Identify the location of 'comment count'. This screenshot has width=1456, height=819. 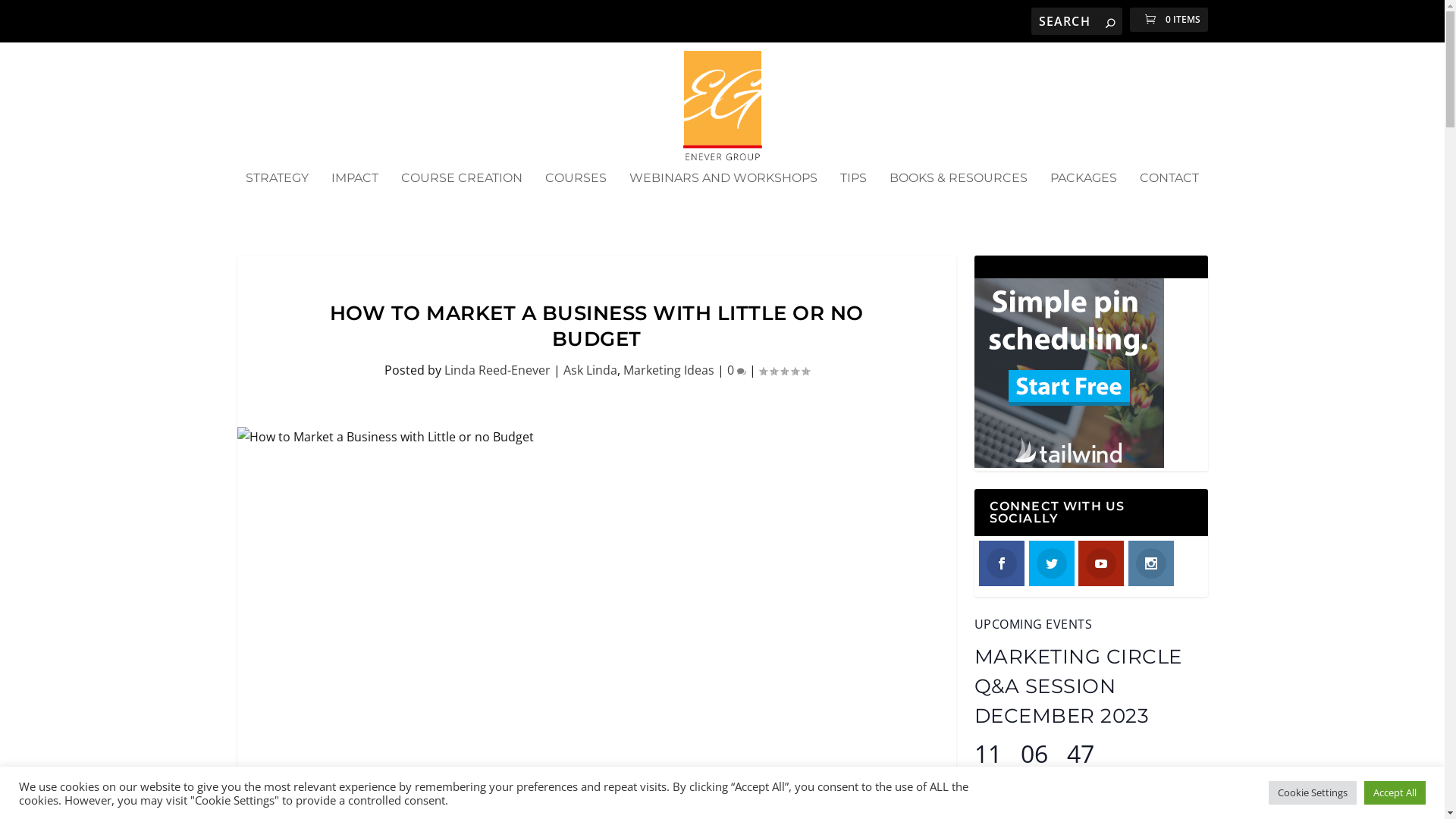
(742, 371).